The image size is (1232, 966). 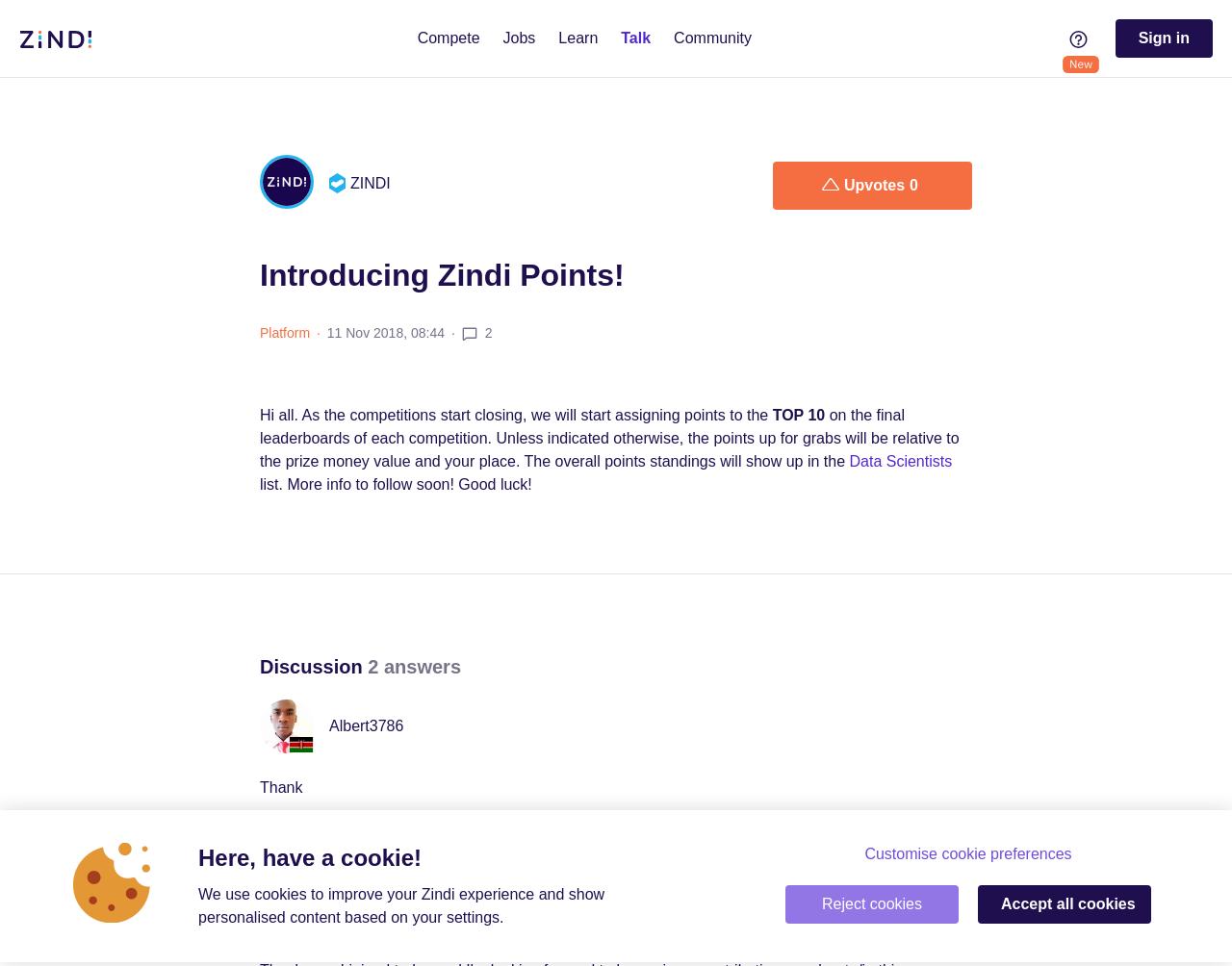 I want to click on '11 Nov 2018, 08:44', so click(x=385, y=332).